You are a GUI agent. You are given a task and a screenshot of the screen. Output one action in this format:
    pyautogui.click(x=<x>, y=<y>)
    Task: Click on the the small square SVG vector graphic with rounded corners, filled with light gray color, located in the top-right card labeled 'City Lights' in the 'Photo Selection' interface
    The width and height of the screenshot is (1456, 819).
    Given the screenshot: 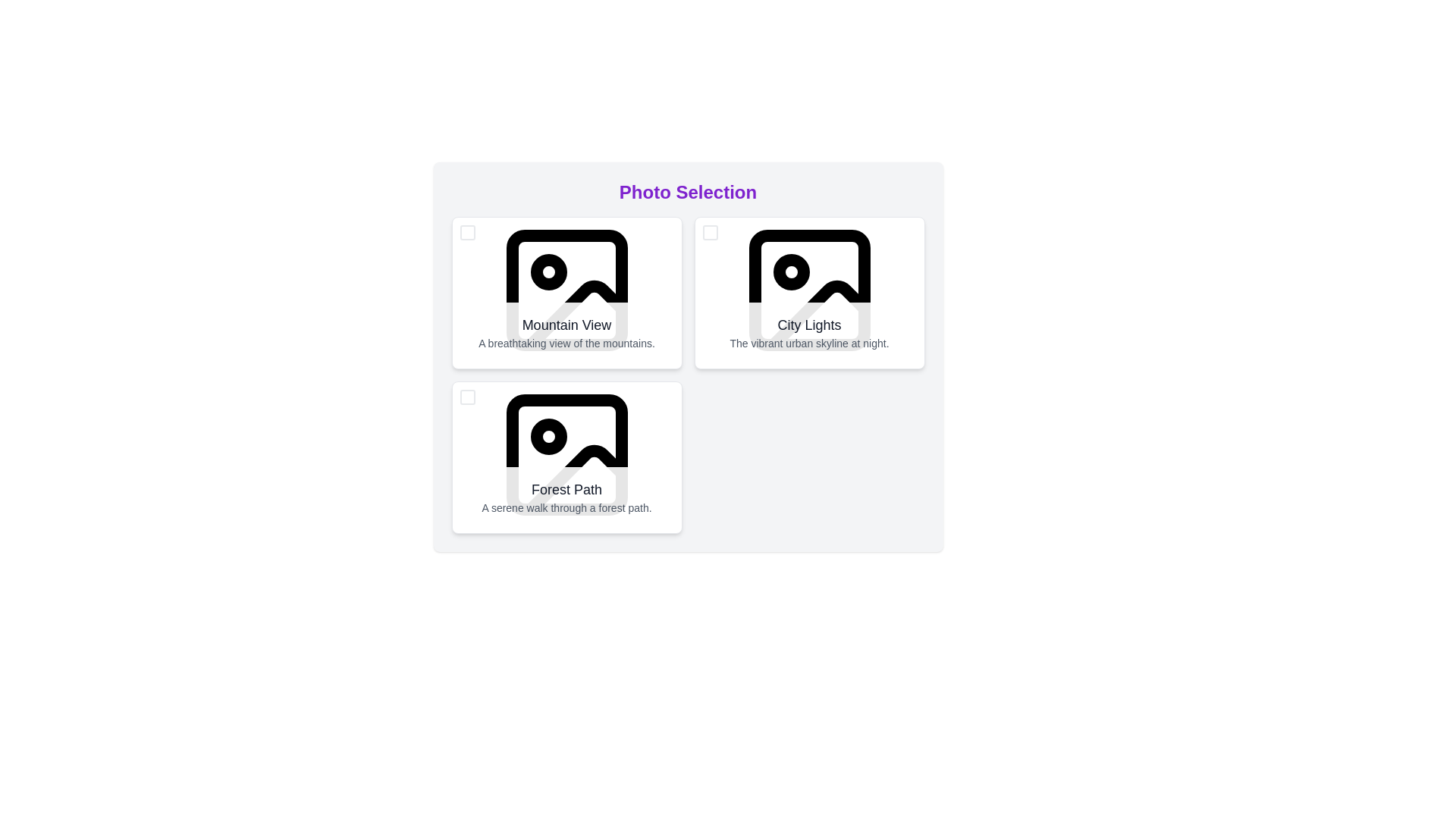 What is the action you would take?
    pyautogui.click(x=709, y=233)
    